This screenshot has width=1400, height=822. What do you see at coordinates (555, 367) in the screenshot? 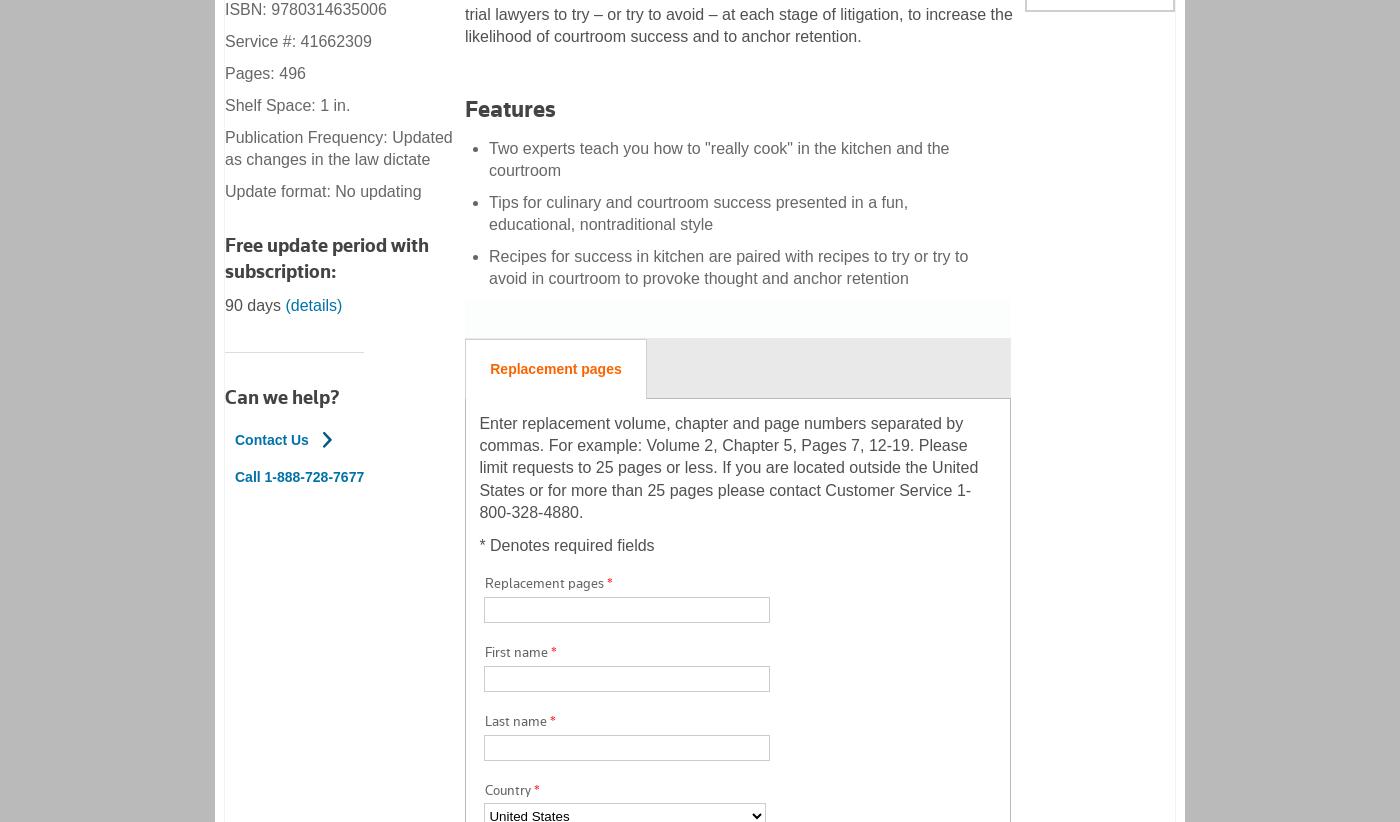
I see `'Replacement pages'` at bounding box center [555, 367].